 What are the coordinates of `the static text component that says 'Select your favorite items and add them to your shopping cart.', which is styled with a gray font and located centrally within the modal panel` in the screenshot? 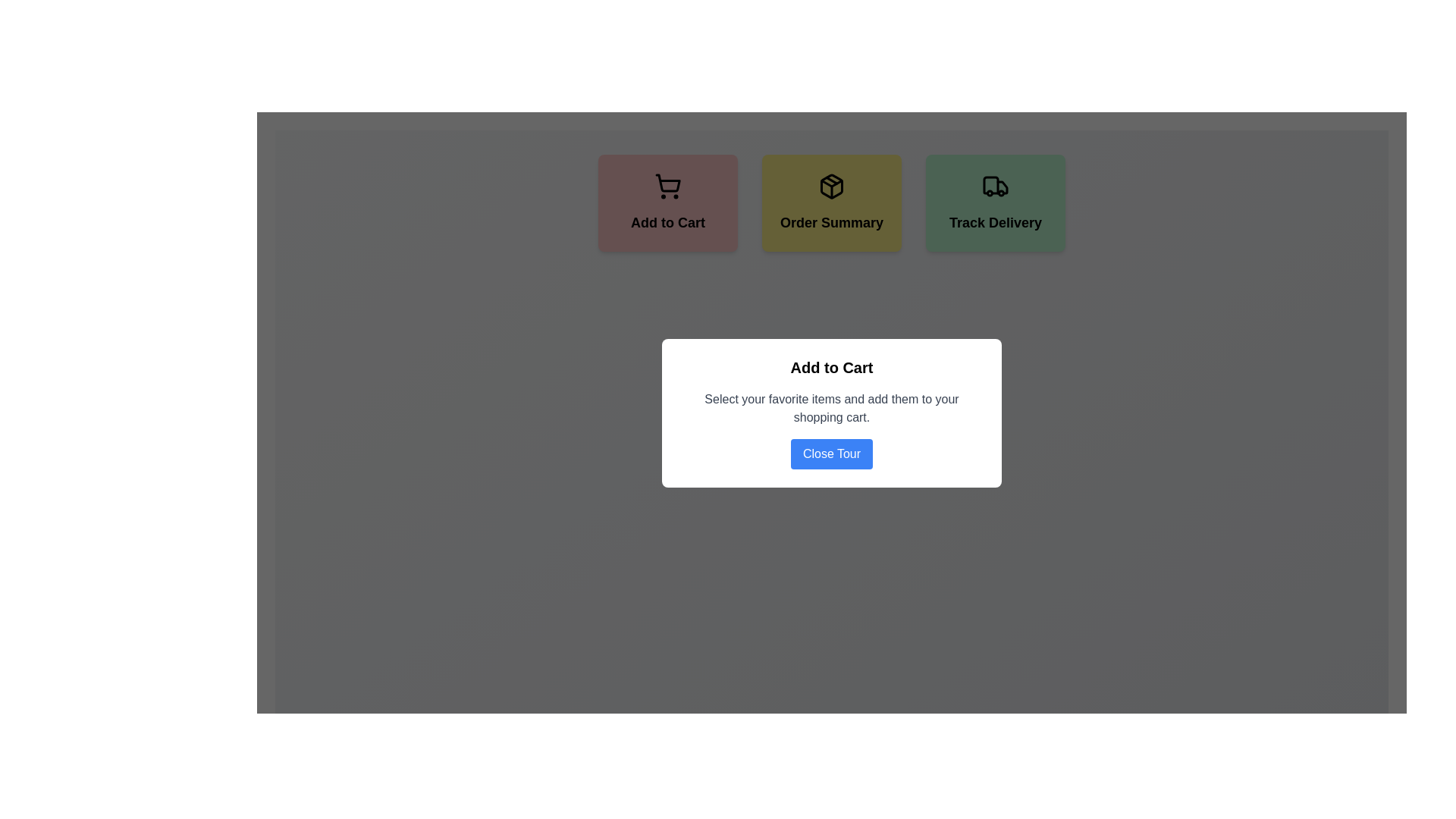 It's located at (831, 407).